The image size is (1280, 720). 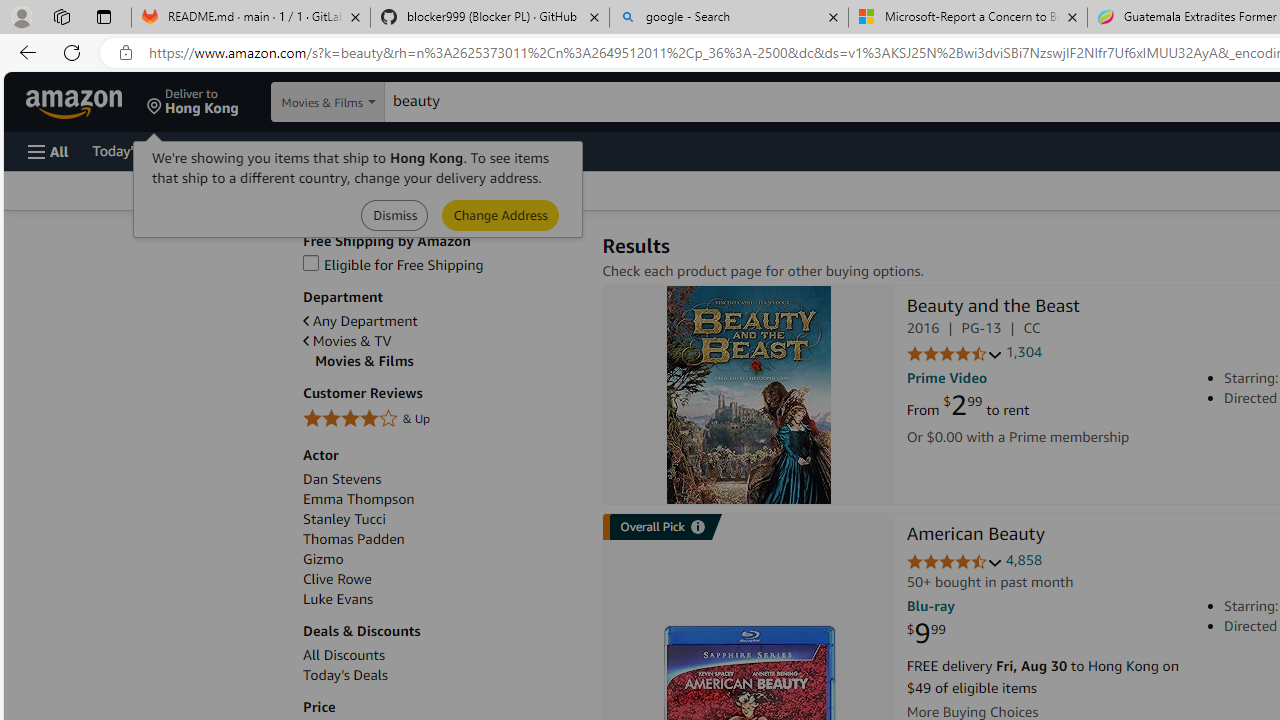 I want to click on 'google - Search', so click(x=728, y=17).